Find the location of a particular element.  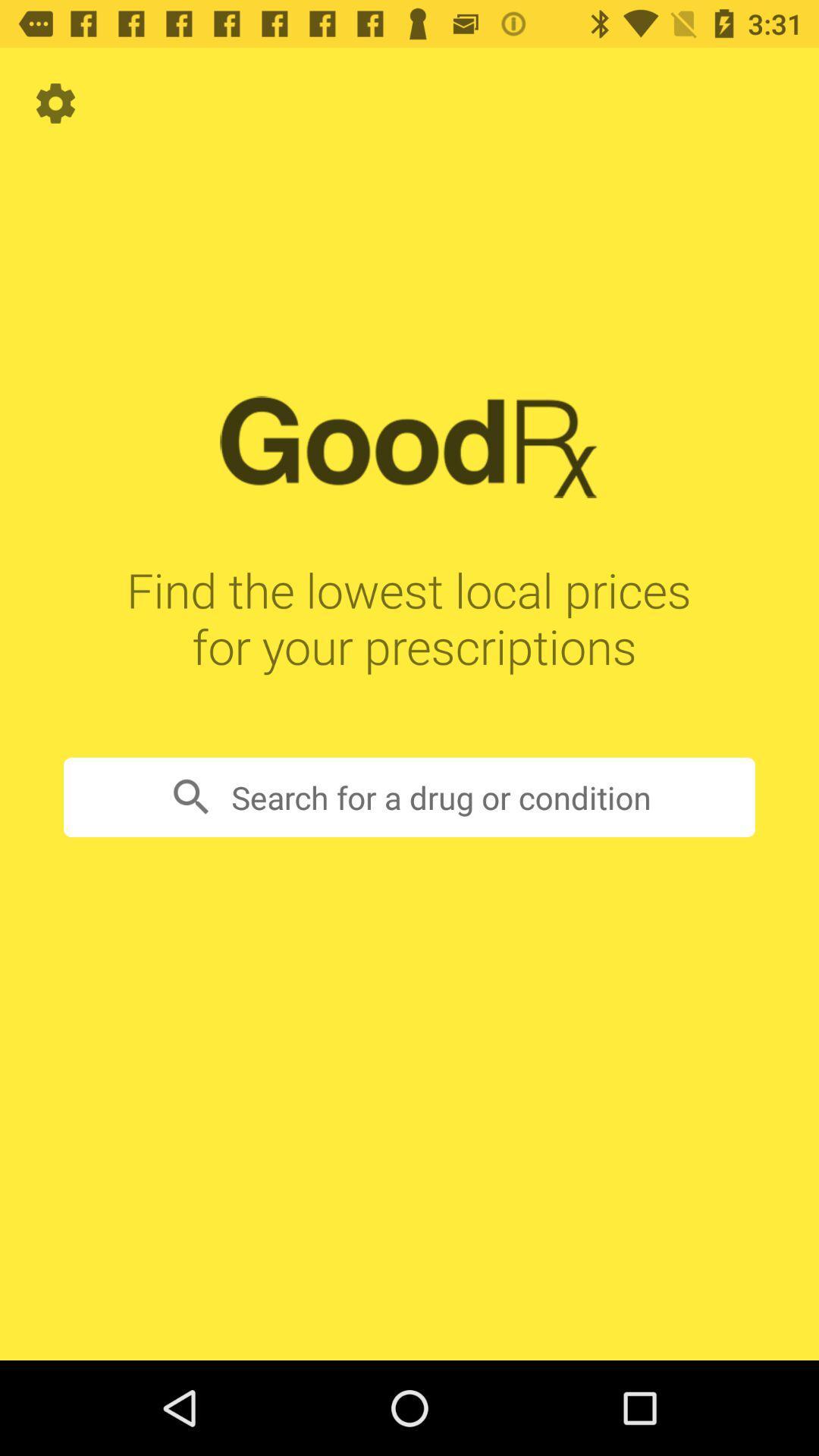

item at the top left corner is located at coordinates (55, 102).